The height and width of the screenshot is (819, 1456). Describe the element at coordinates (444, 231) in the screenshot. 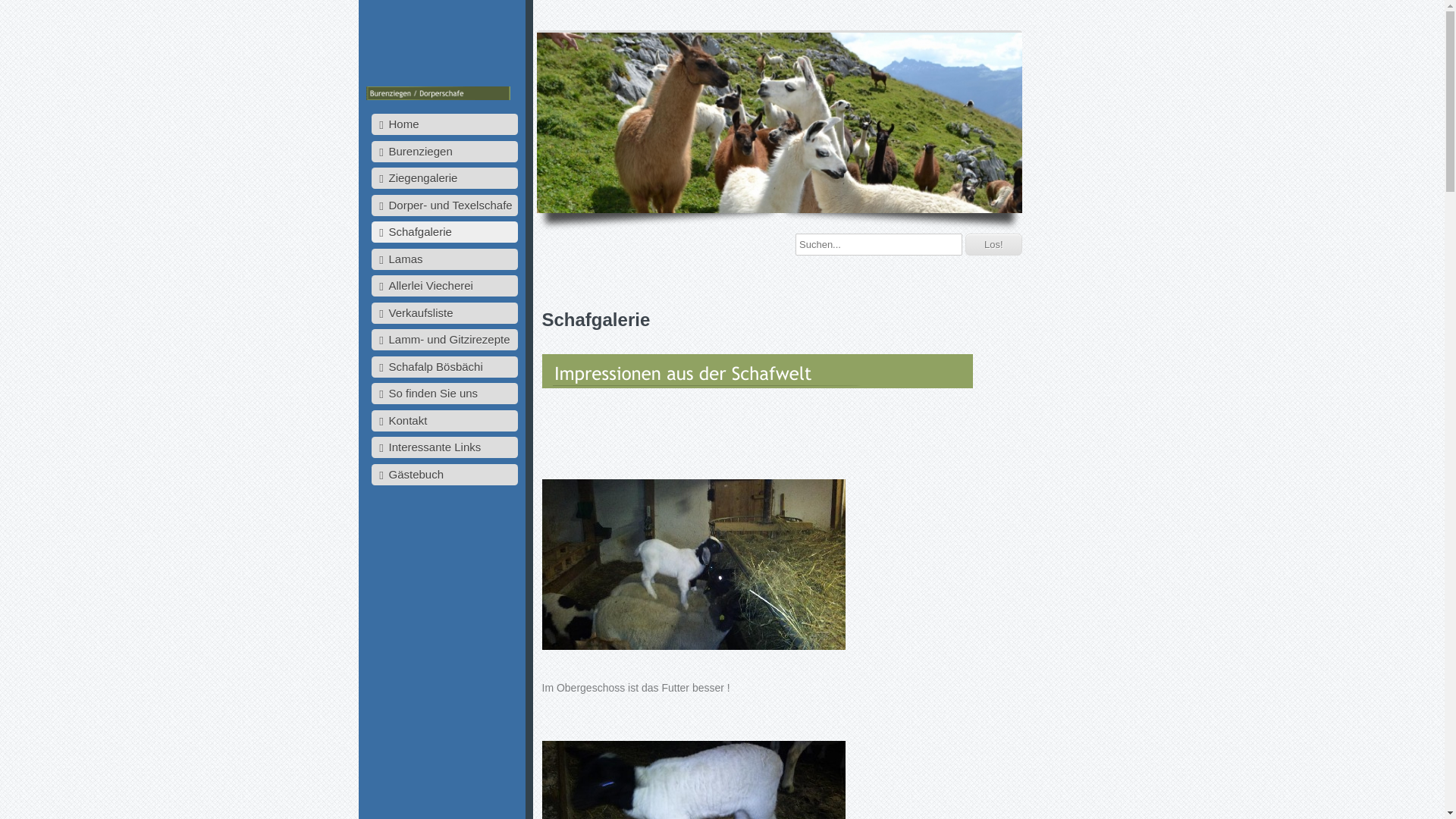

I see `'Schafgalerie'` at that location.